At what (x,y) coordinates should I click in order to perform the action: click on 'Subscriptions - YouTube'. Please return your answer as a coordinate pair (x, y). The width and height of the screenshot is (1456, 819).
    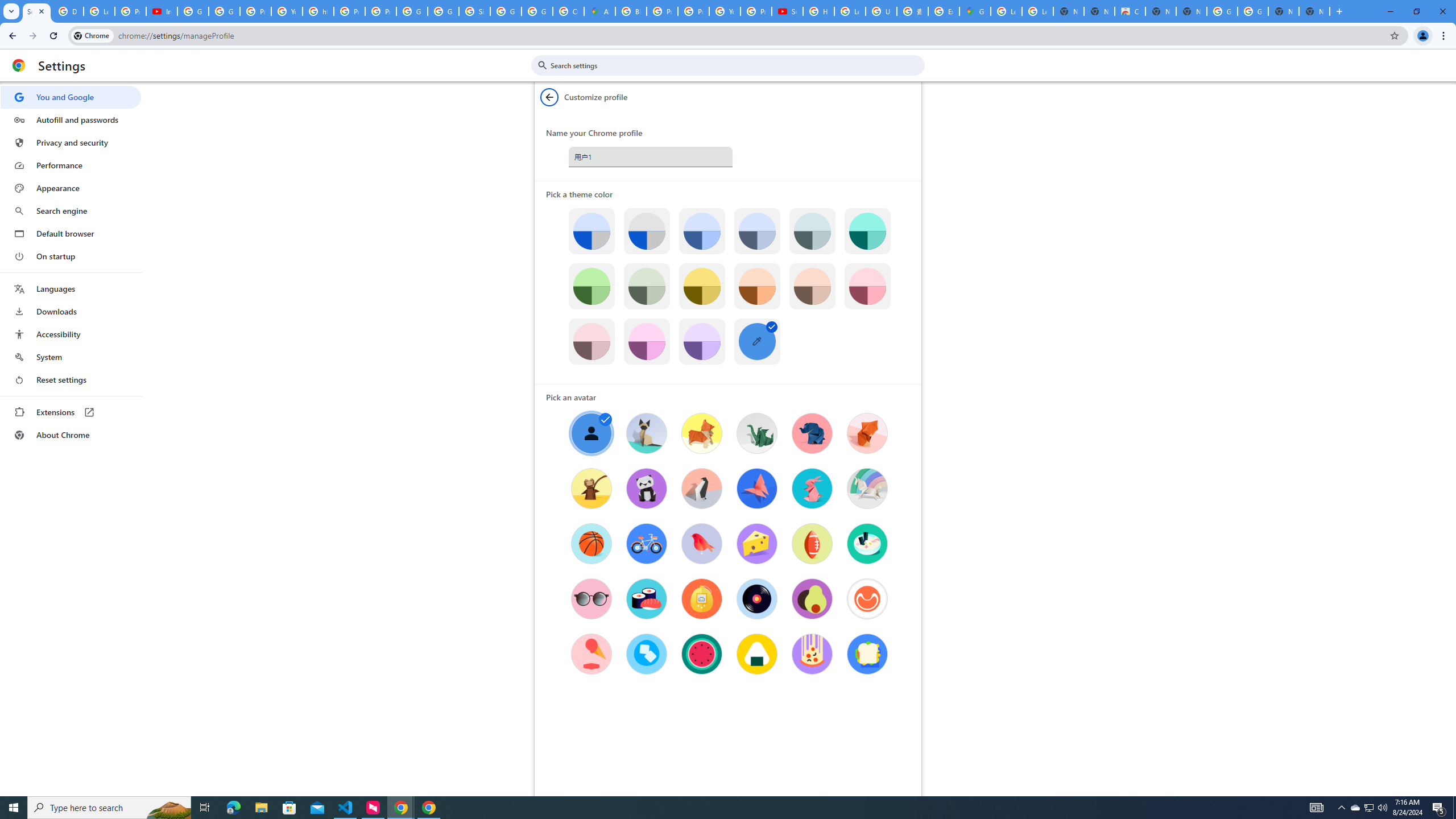
    Looking at the image, I should click on (787, 11).